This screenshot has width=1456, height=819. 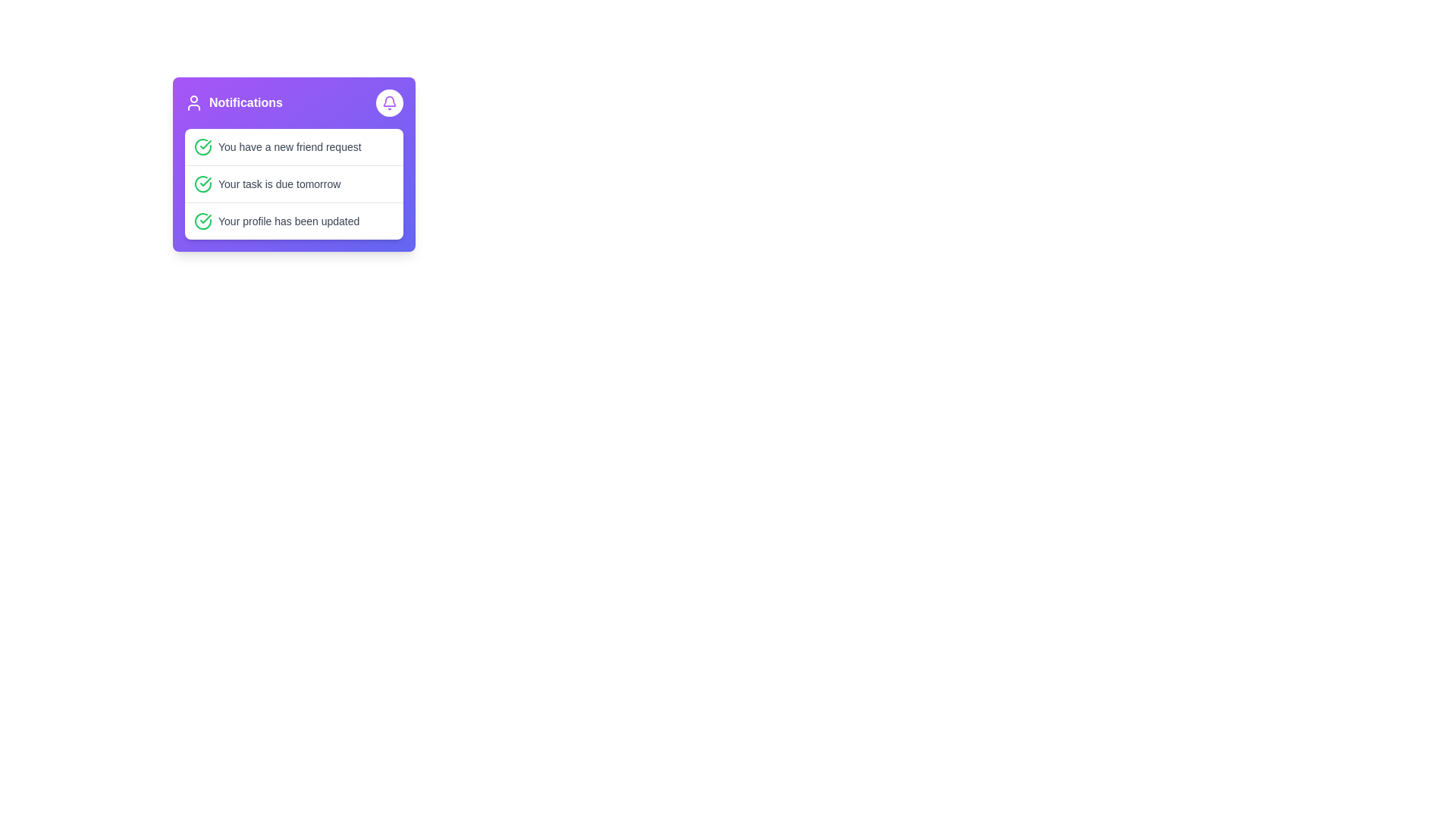 What do you see at coordinates (205, 180) in the screenshot?
I see `the green checkmark icon indicating approval or completion within the notification interface` at bounding box center [205, 180].